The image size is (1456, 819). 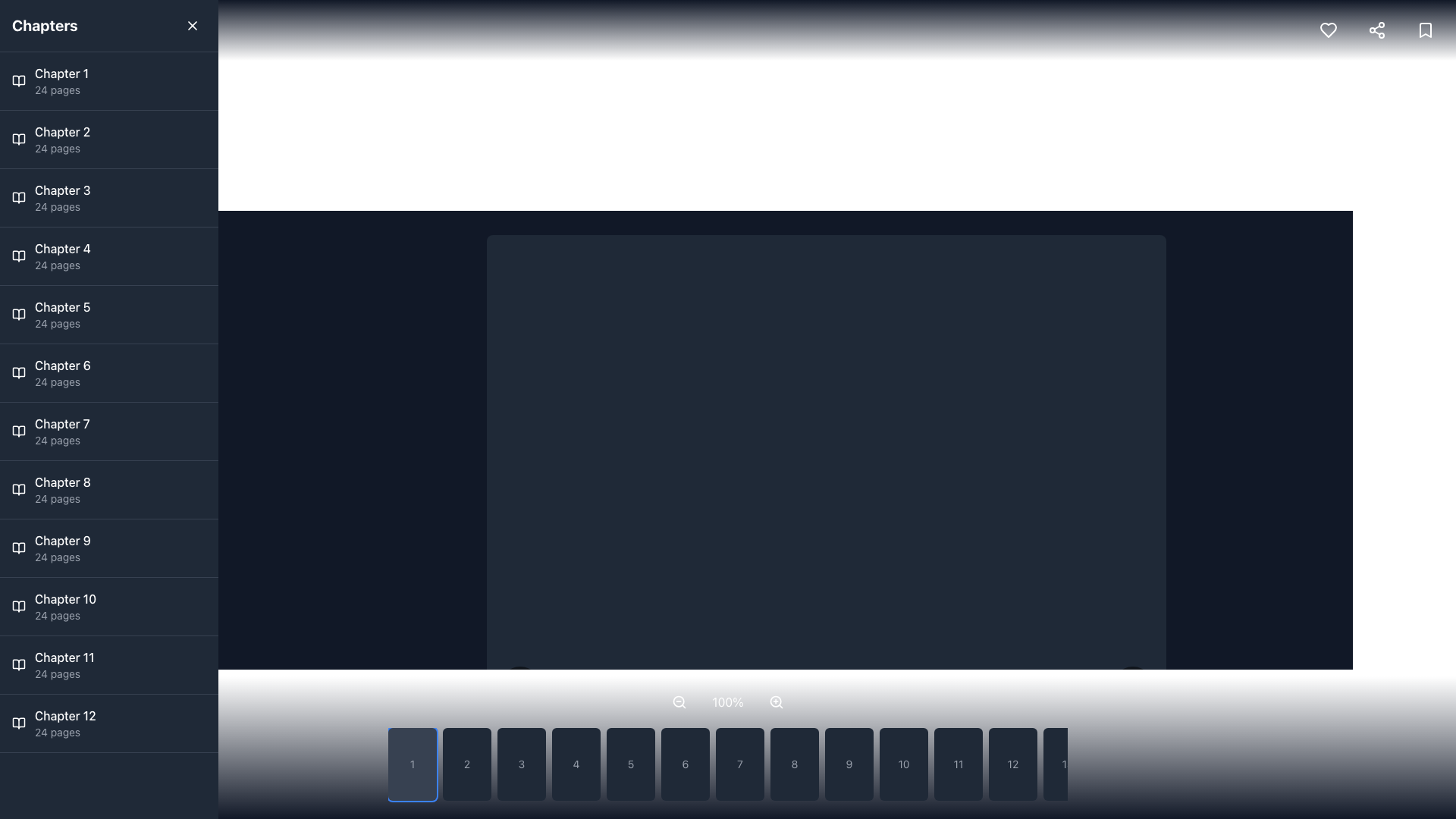 What do you see at coordinates (61, 489) in the screenshot?
I see `text block titled 'Chapter 8' with the subtitle '24 pages' which is aligned to the left and is the eighth entry in a scrollable list` at bounding box center [61, 489].